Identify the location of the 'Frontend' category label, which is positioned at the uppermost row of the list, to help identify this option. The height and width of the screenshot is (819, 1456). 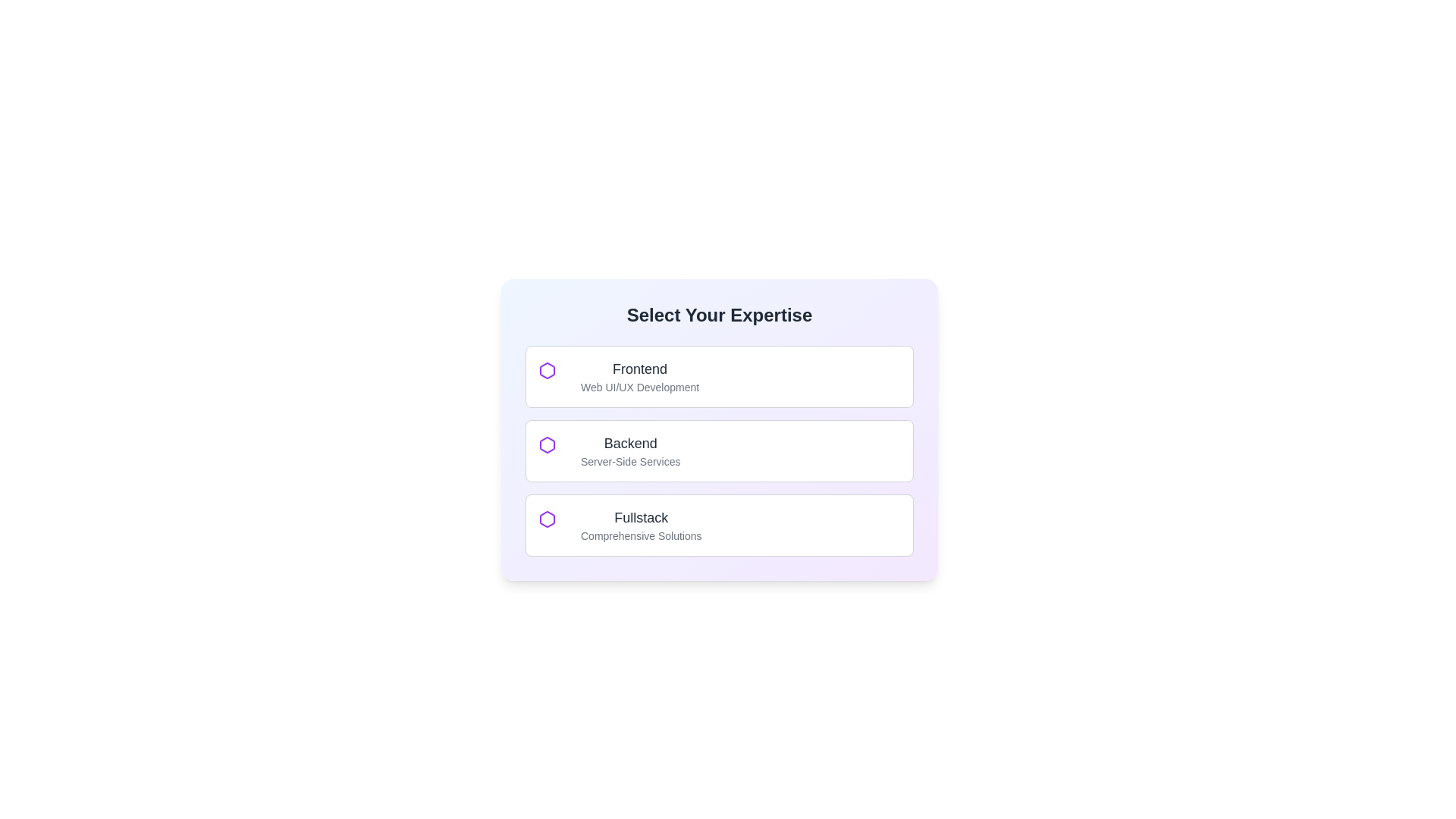
(640, 369).